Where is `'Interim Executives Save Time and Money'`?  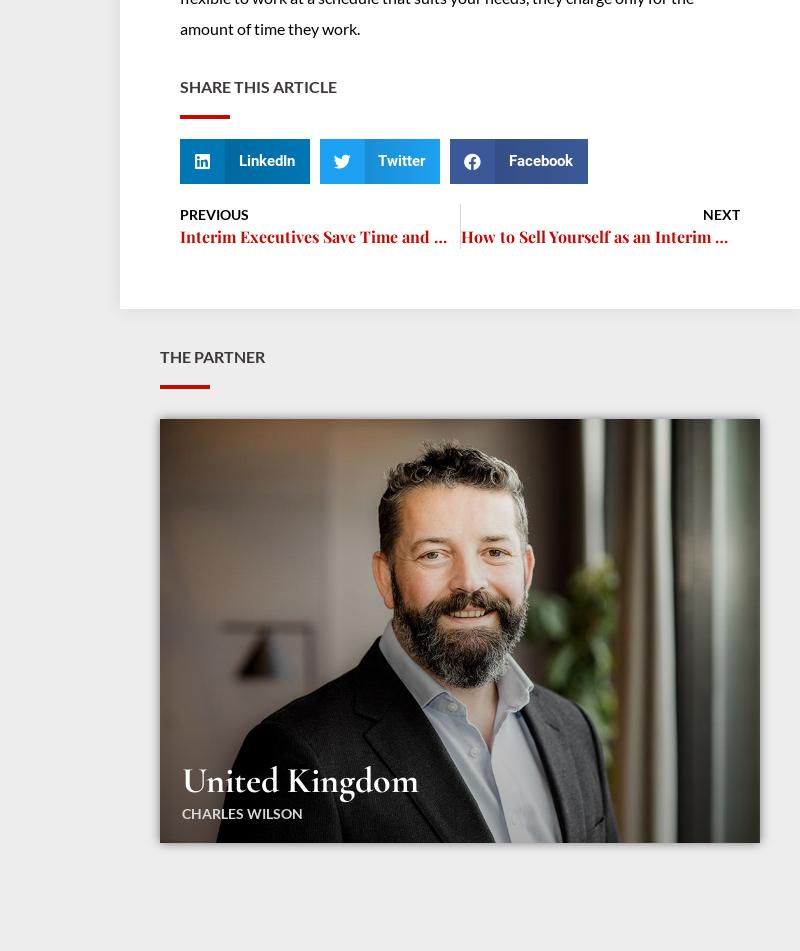 'Interim Executives Save Time and Money' is located at coordinates (331, 235).